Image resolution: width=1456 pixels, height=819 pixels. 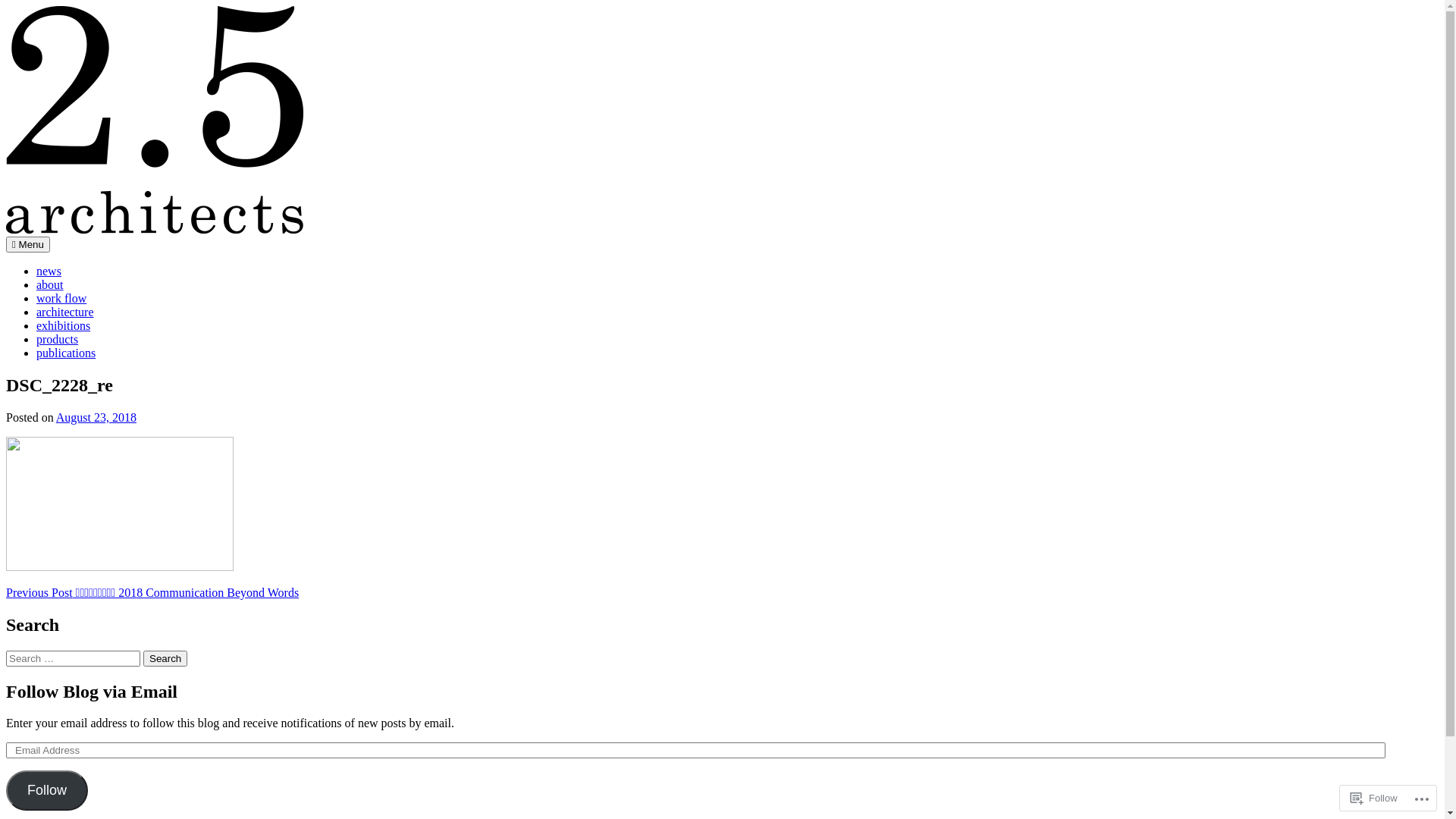 I want to click on 'work flow', so click(x=36, y=298).